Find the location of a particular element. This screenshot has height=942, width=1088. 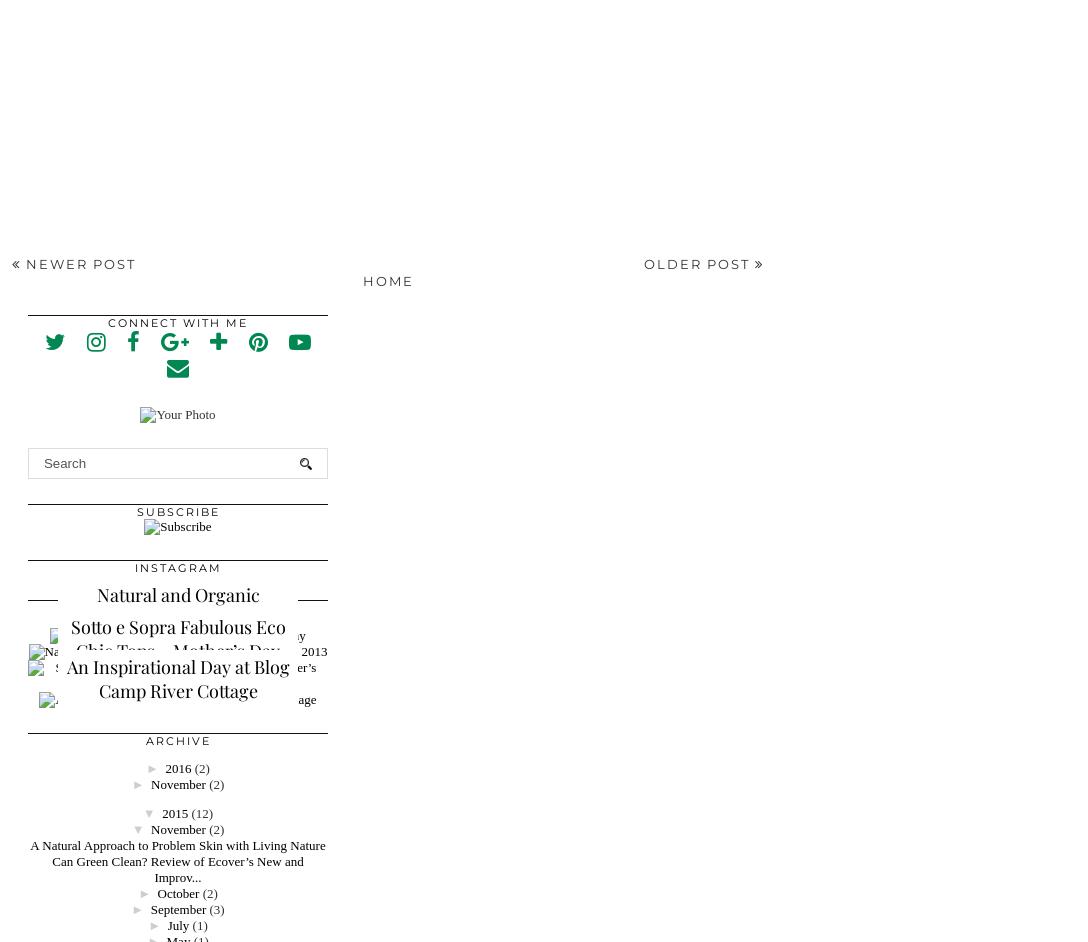

'Can Green Clean? Review of Ecover’s New and Improv...' is located at coordinates (176, 868).